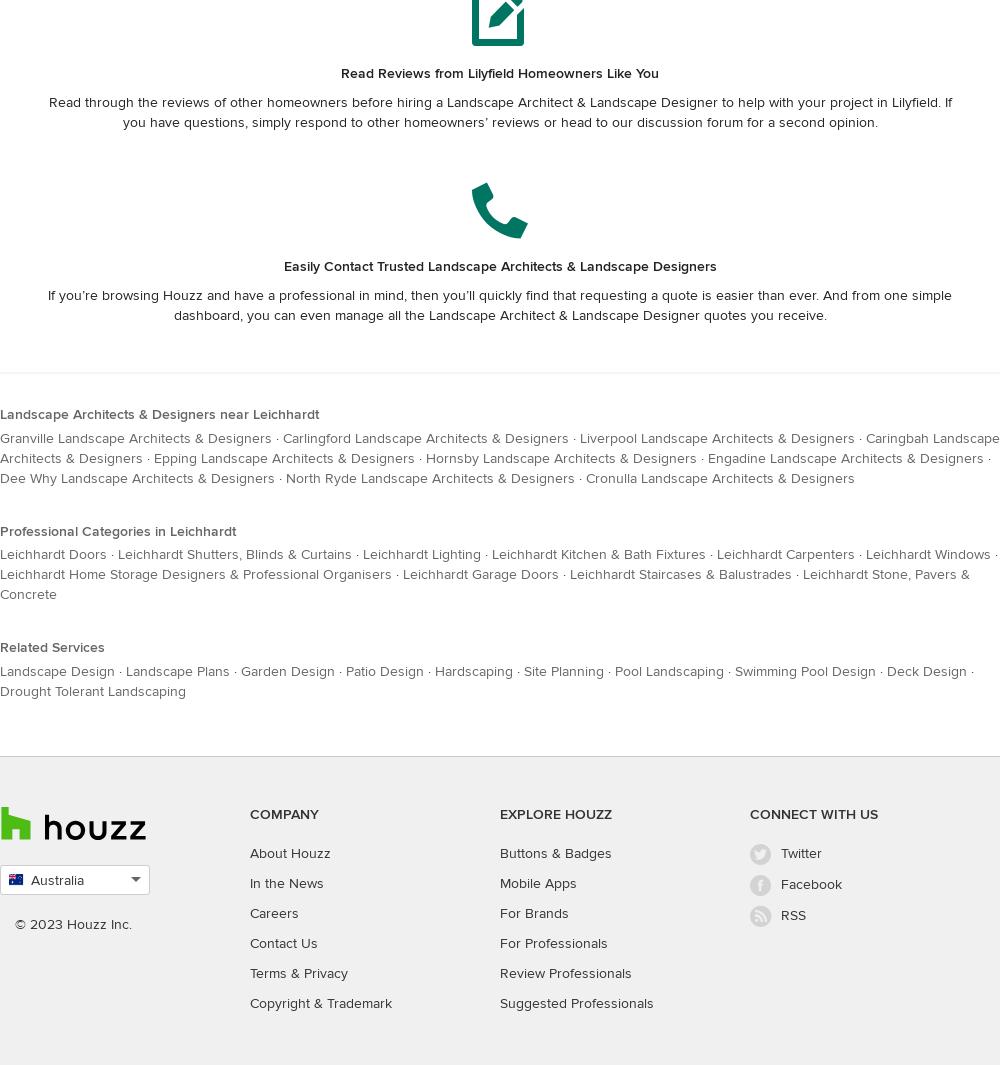 Image resolution: width=1000 pixels, height=1065 pixels. I want to click on 'Leichhardt Doors', so click(0, 554).